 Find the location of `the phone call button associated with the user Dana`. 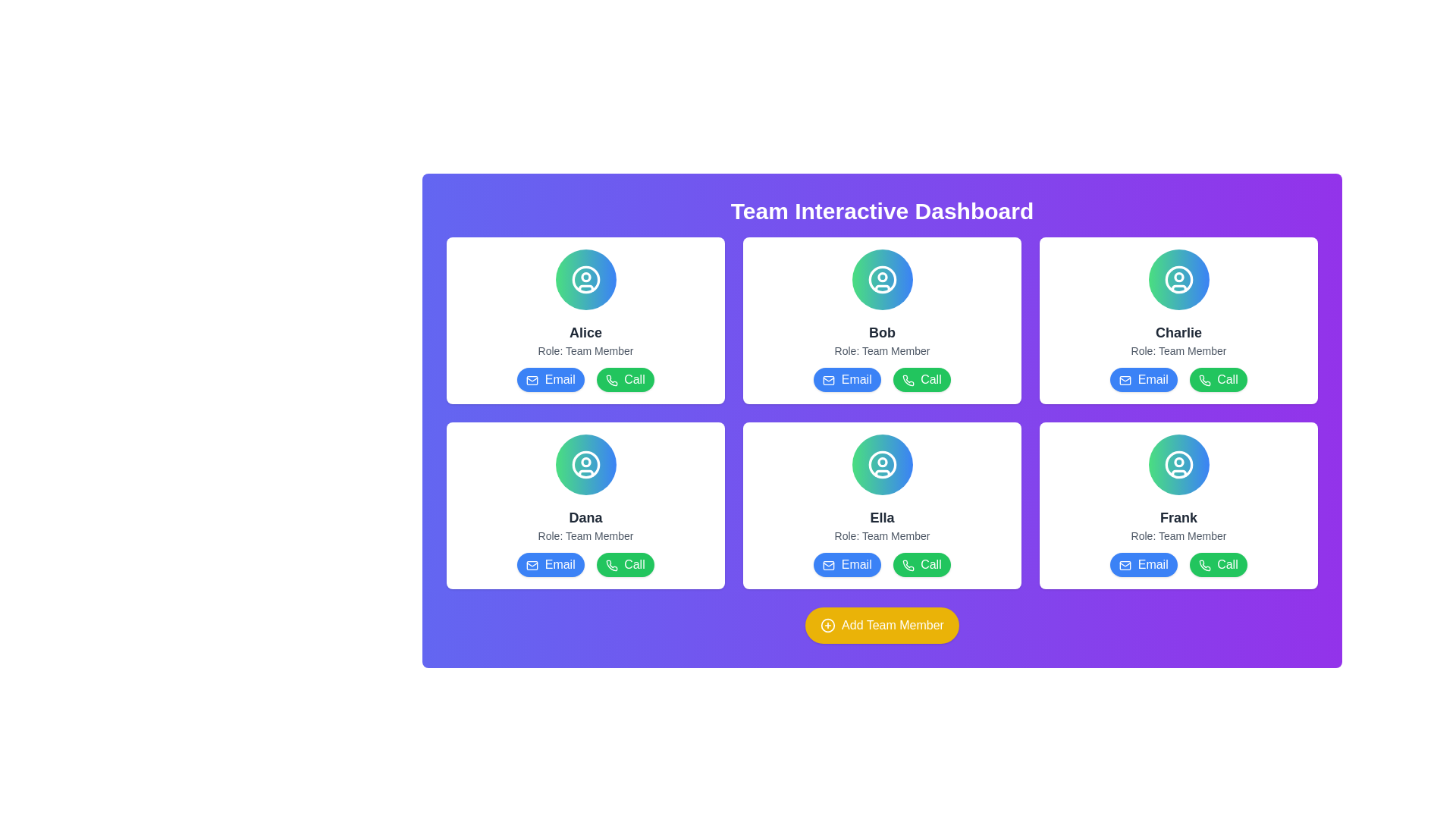

the phone call button associated with the user Dana is located at coordinates (611, 565).